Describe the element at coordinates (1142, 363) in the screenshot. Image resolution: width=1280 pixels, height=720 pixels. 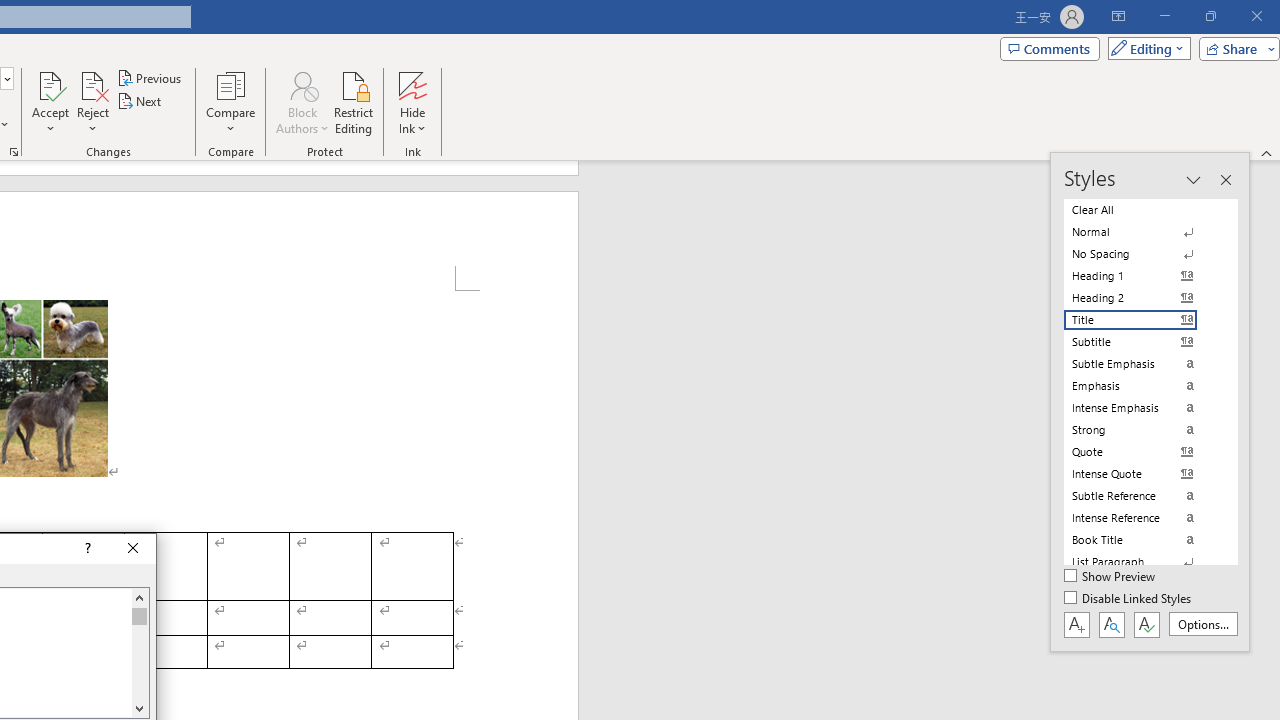
I see `'Subtle Emphasis'` at that location.